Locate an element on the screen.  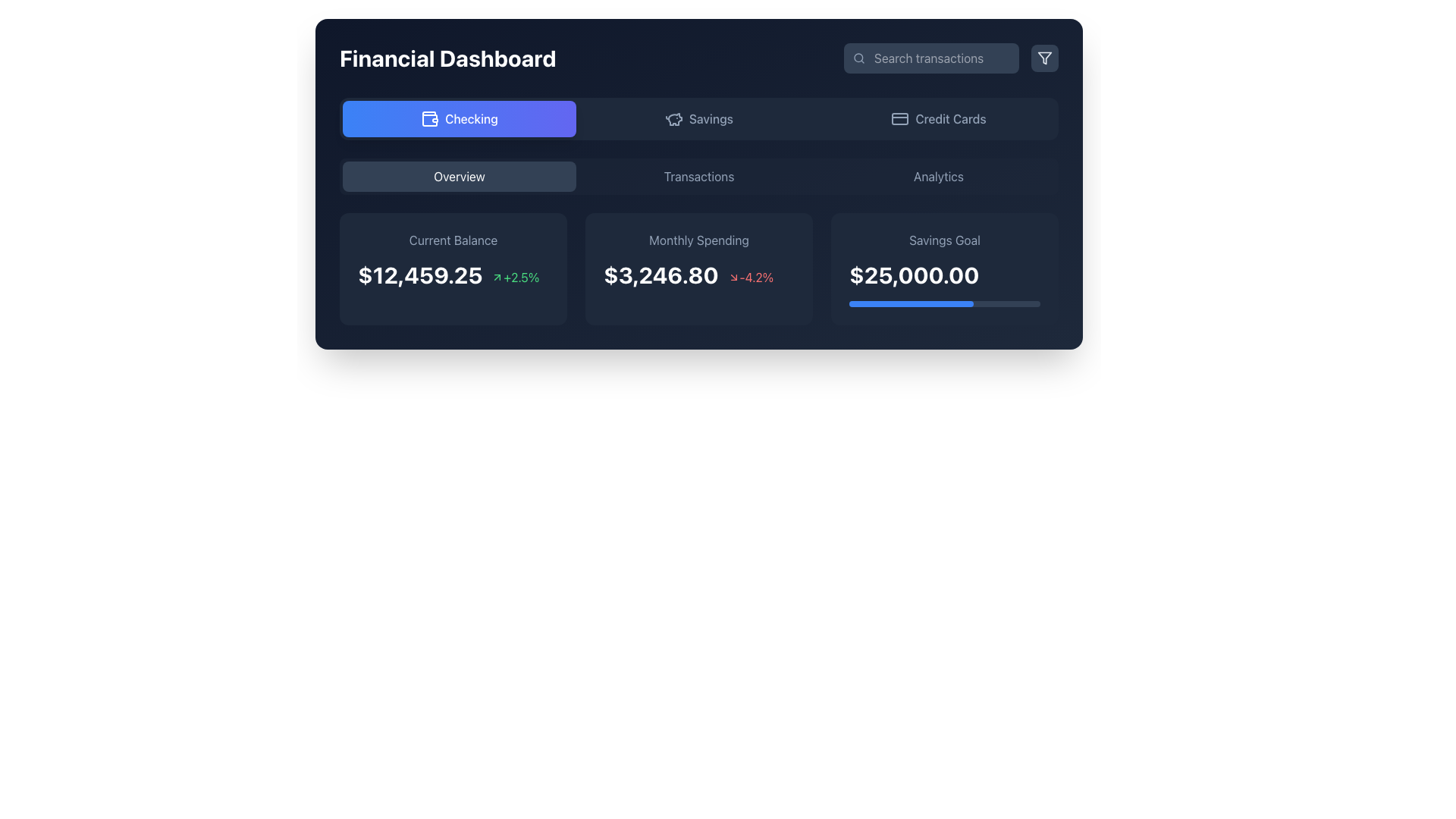
large, bold numeric value displaying the current balance of $12,459.25, which is styled in white against a dark background and located in the leftmost section of the financial metrics row under the 'Checking' tab is located at coordinates (420, 275).